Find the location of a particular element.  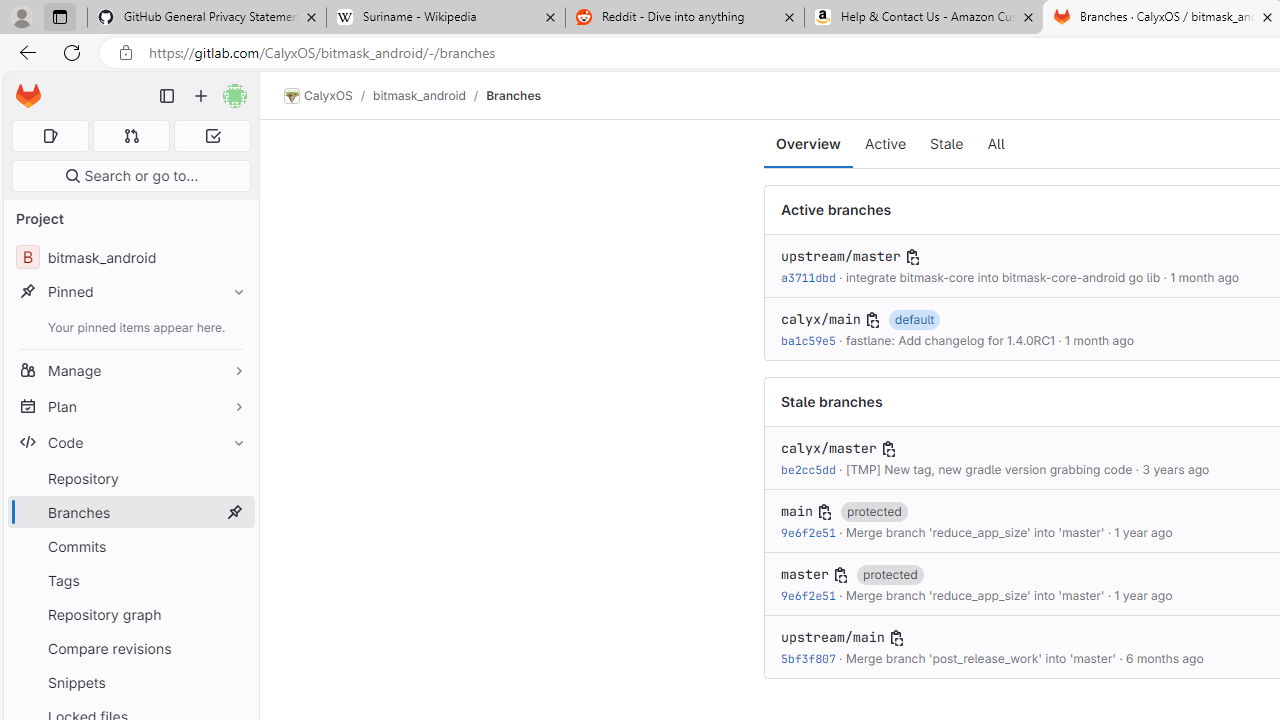

'CalyxOS' is located at coordinates (317, 96).